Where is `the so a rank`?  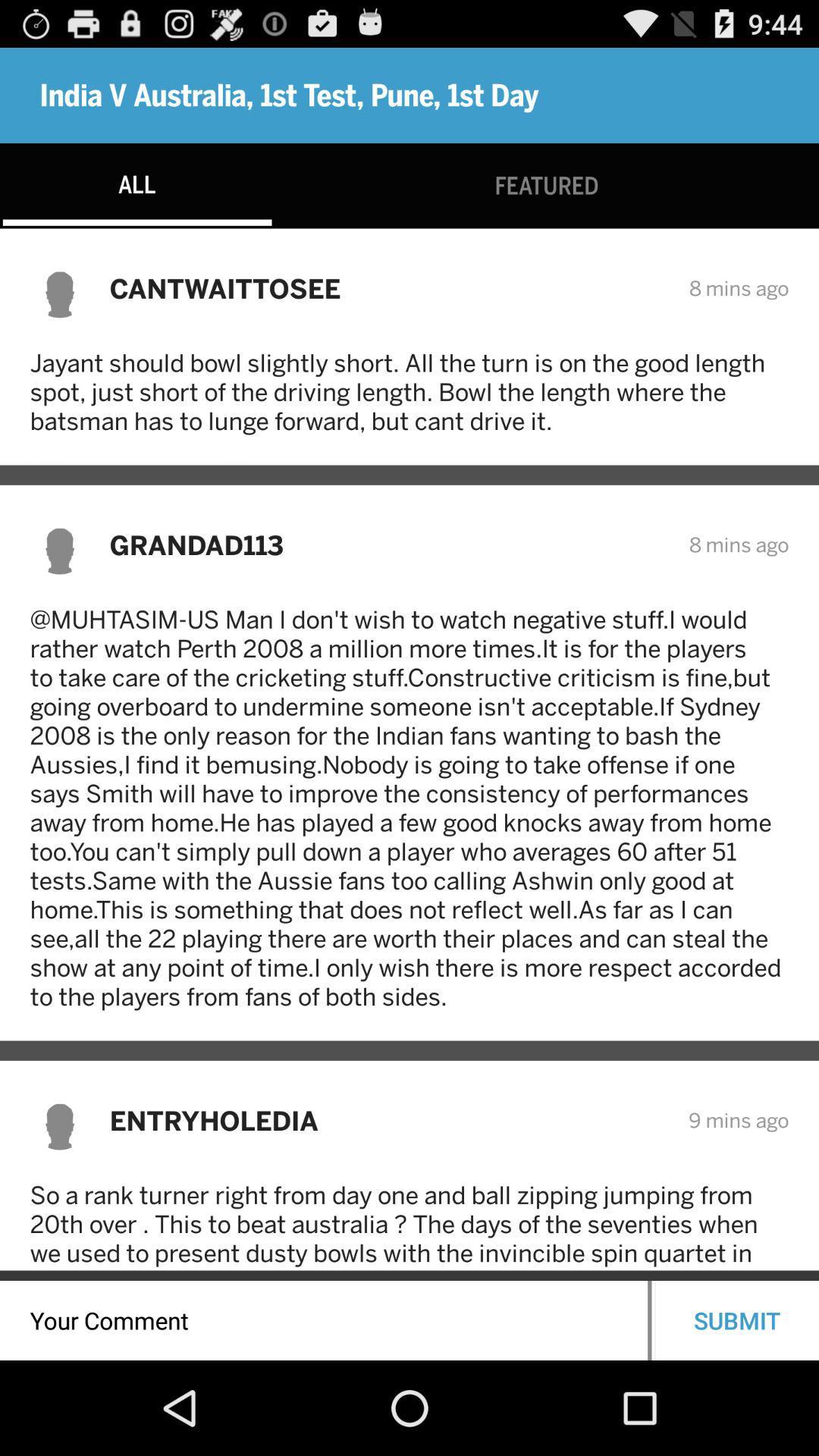
the so a rank is located at coordinates (409, 1225).